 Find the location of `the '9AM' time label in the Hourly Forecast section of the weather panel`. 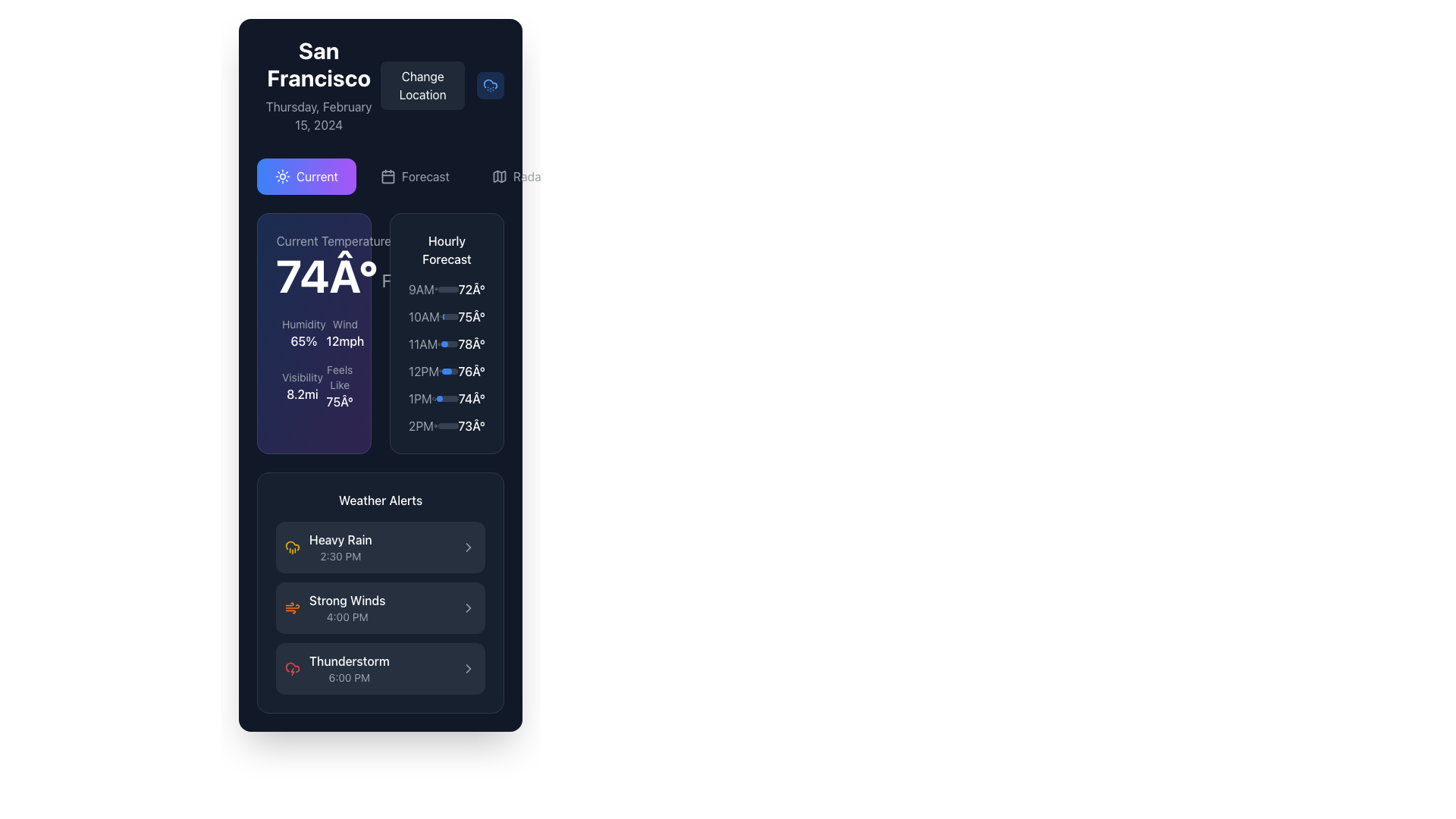

the '9AM' time label in the Hourly Forecast section of the weather panel is located at coordinates (421, 289).